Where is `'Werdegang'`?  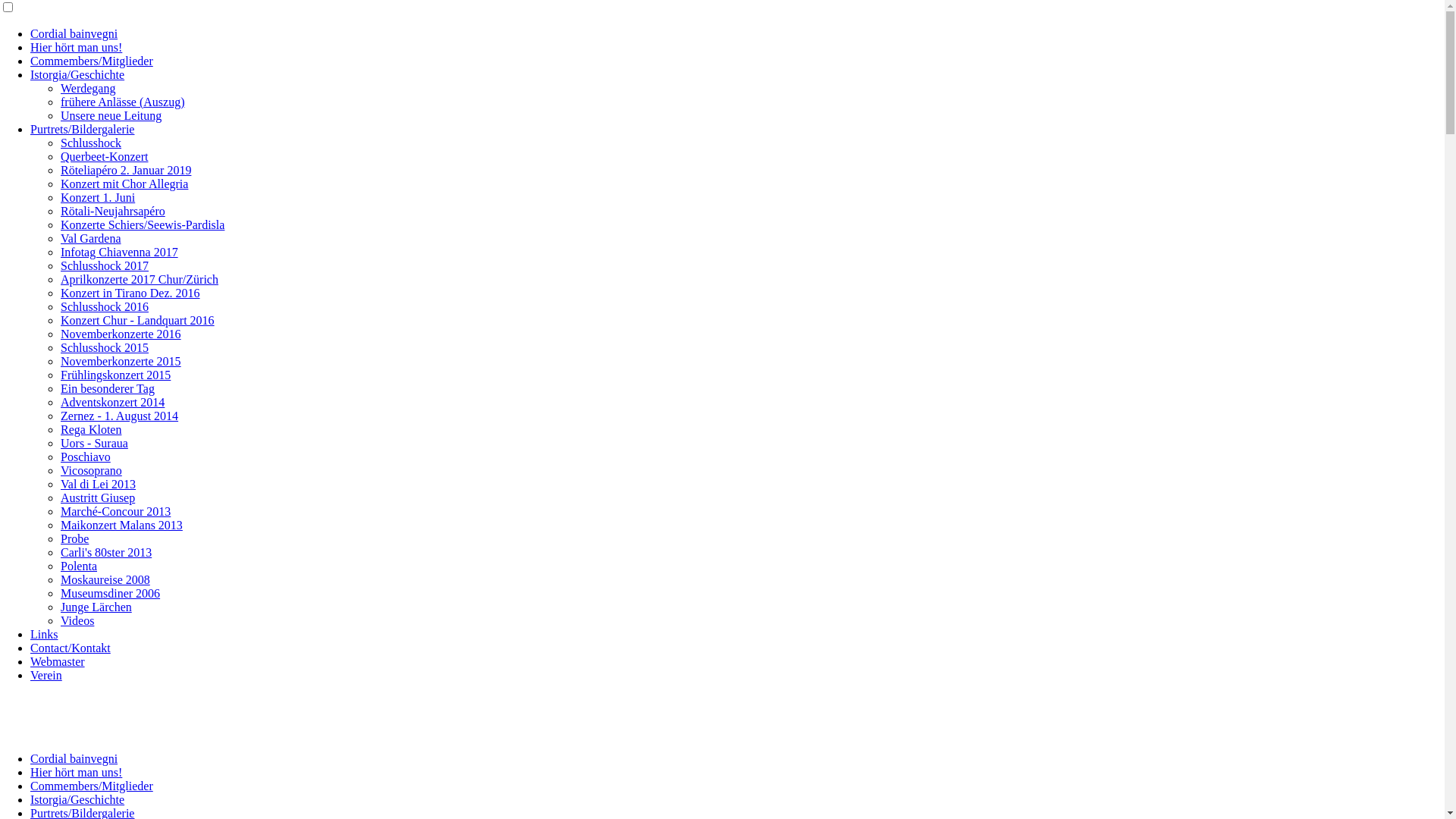 'Werdegang' is located at coordinates (61, 88).